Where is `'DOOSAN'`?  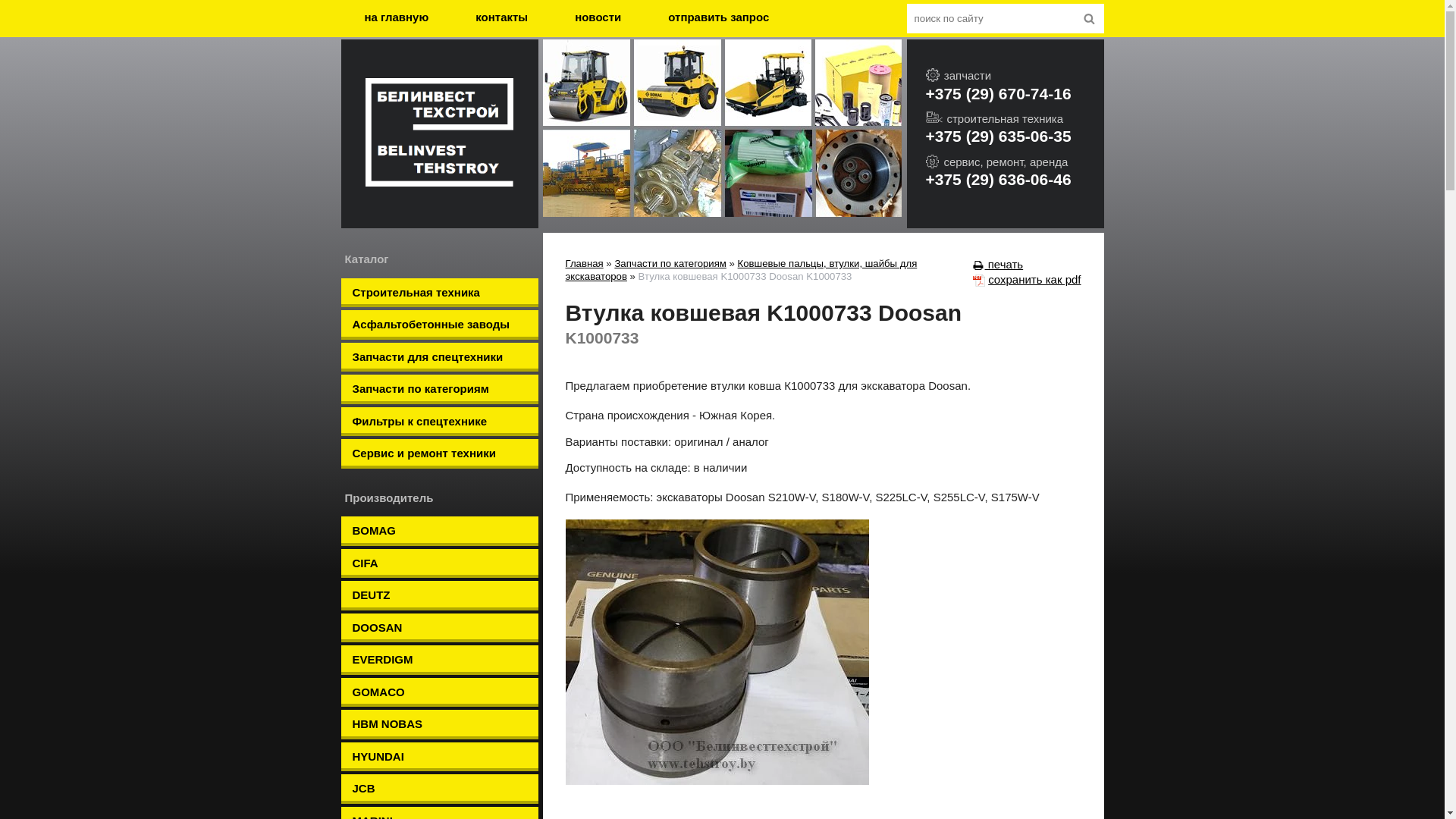
'DOOSAN' is located at coordinates (439, 627).